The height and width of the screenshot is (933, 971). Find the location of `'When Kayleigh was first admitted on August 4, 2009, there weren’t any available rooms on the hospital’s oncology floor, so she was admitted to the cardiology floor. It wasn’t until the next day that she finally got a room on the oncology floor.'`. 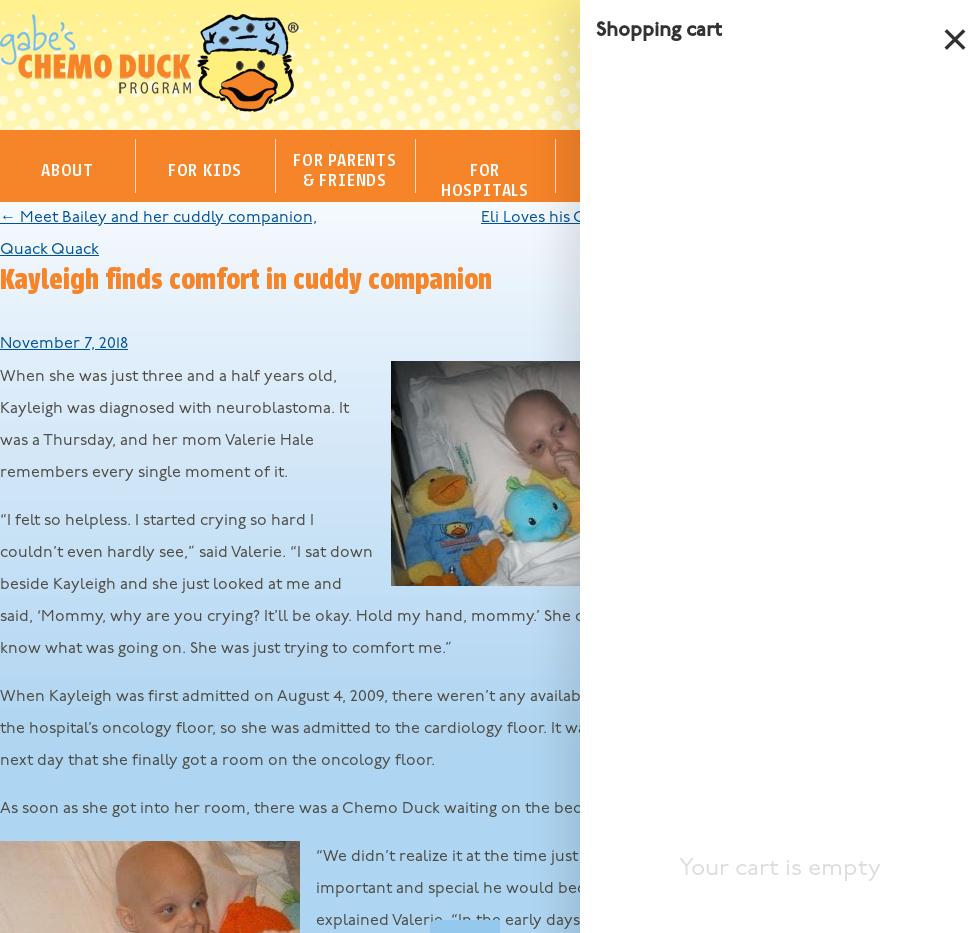

'When Kayleigh was first admitted on August 4, 2009, there weren’t any available rooms on the hospital’s oncology floor, so she was admitted to the cardiology floor. It wasn’t until the next day that she finally got a room on the oncology floor.' is located at coordinates (340, 727).